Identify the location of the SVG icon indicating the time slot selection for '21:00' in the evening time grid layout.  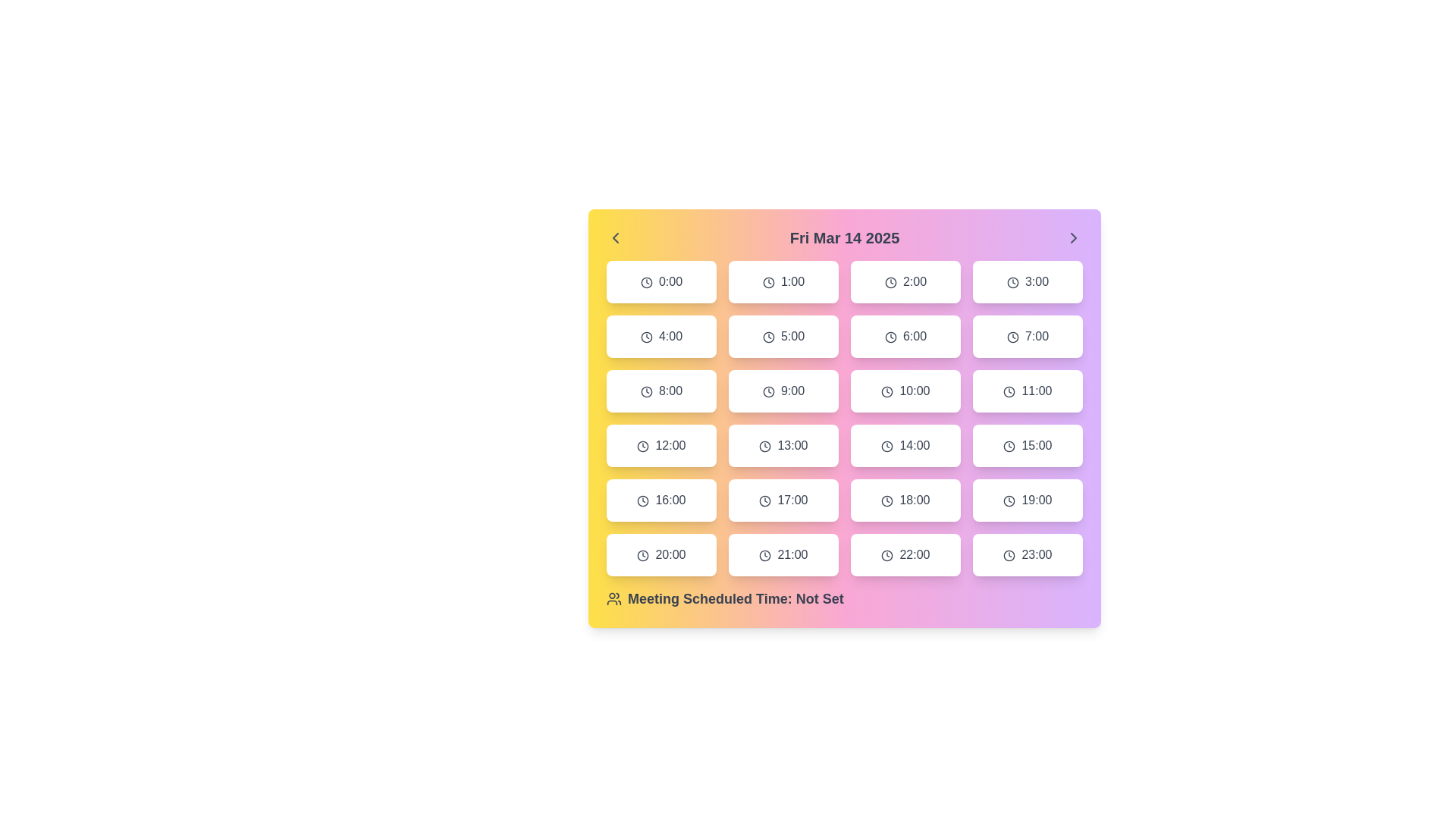
(765, 555).